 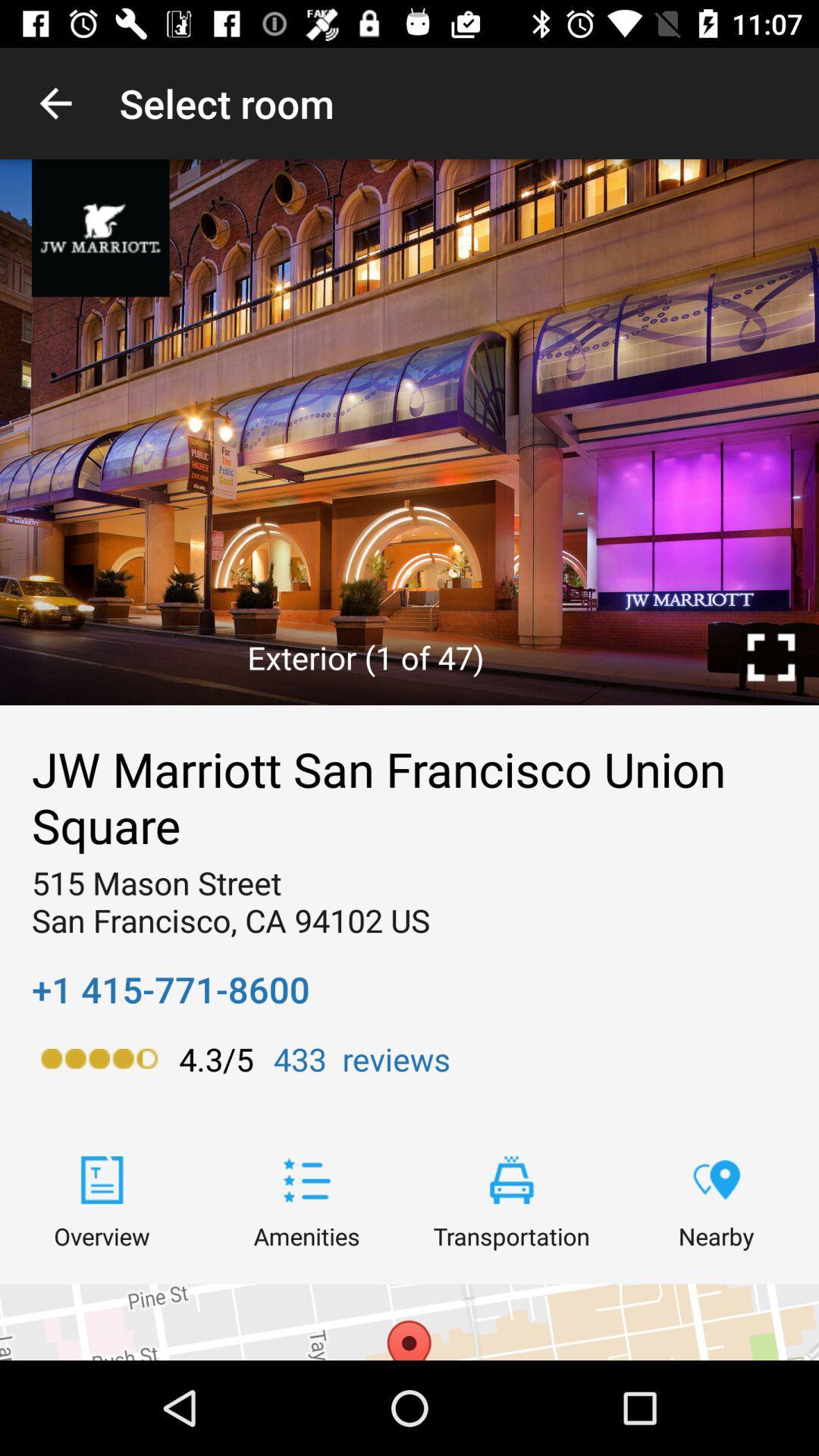 I want to click on the item above the 4.3/5 icon, so click(x=171, y=990).